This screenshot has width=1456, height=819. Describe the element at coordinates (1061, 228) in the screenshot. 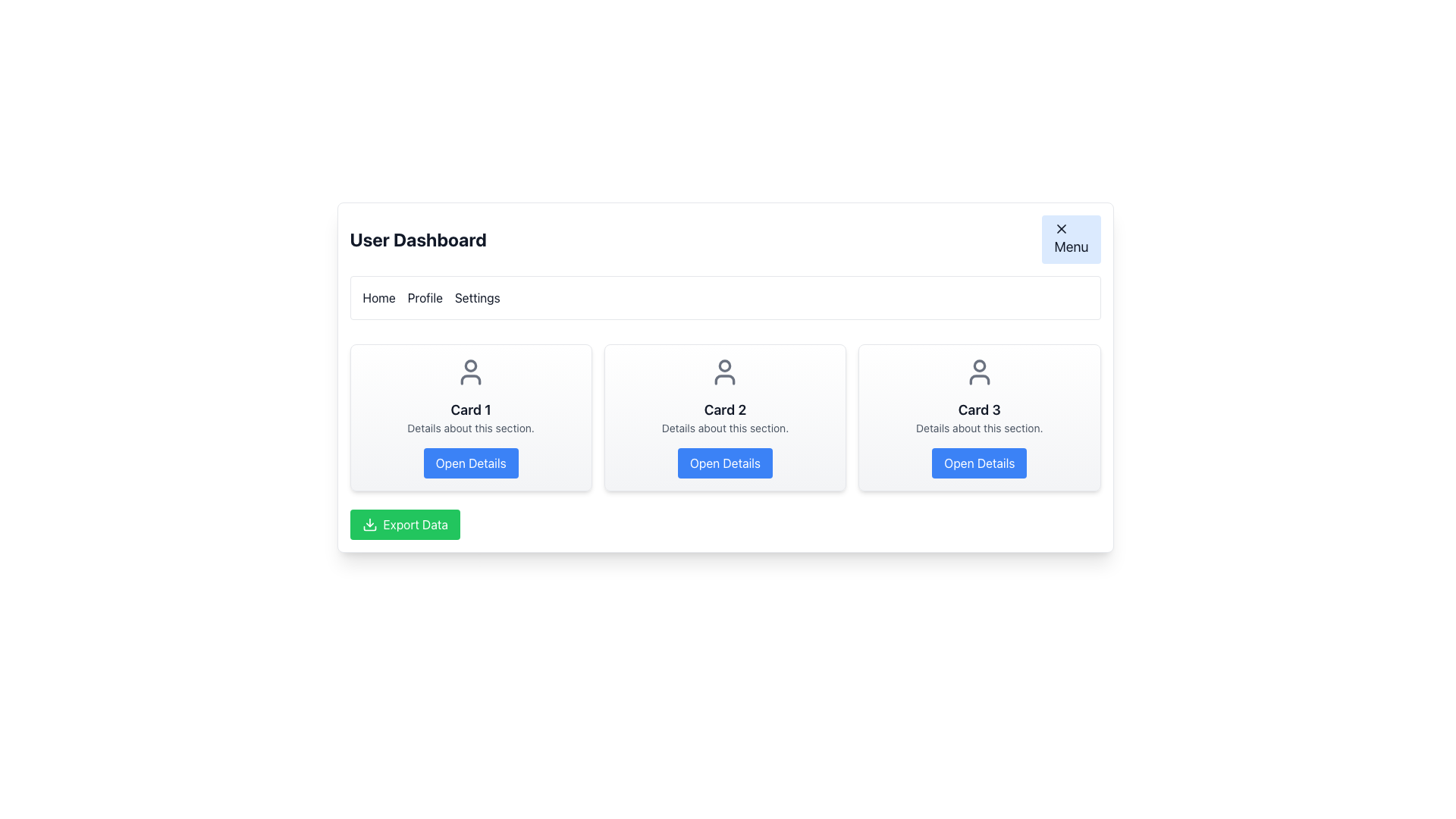

I see `the 'X' icon within the 'Menu' button located in the top-right corner of the interface` at that location.